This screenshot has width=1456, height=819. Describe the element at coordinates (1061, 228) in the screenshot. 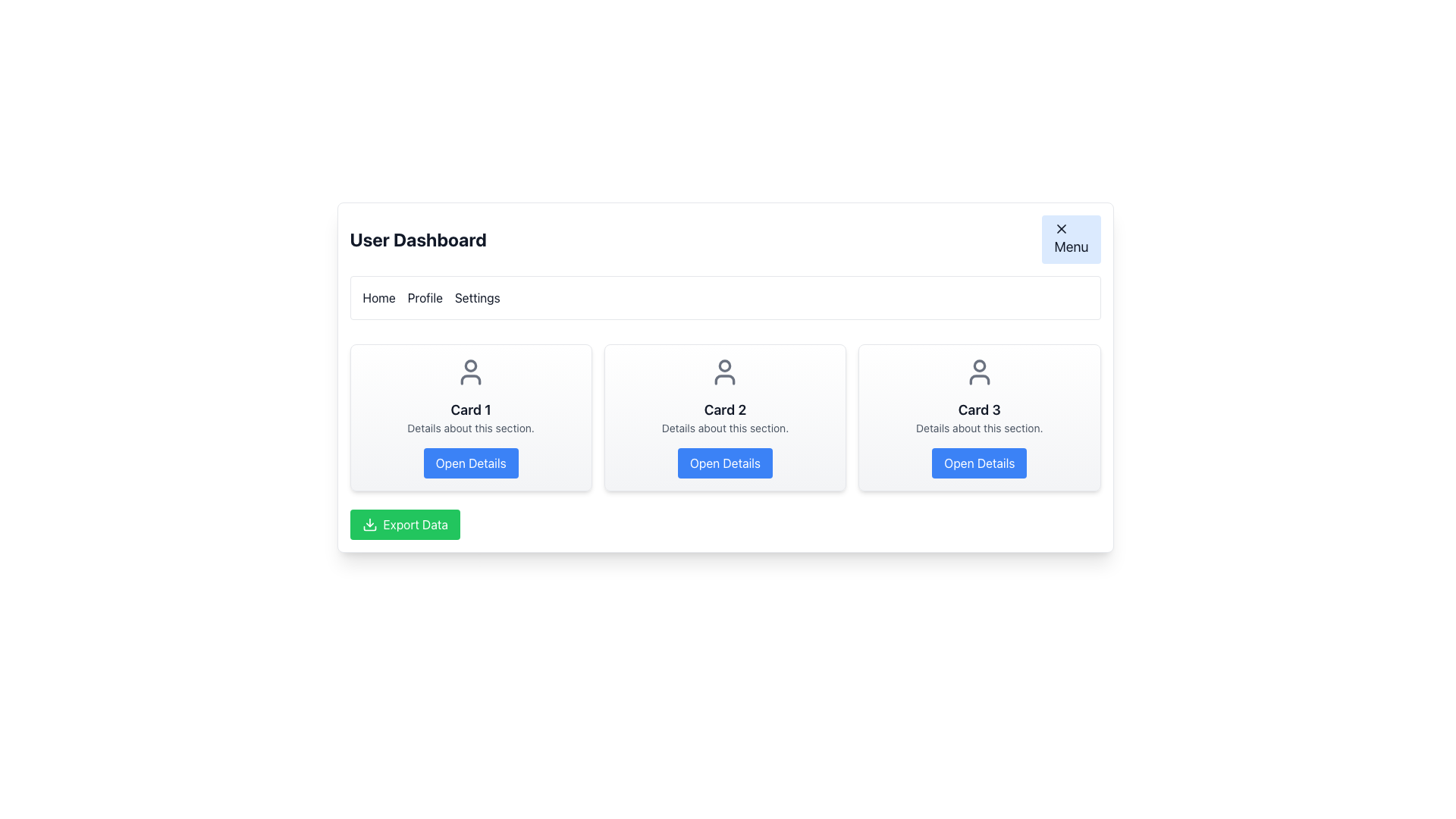

I see `the 'X' icon within the 'Menu' button located in the top-right corner of the interface` at that location.